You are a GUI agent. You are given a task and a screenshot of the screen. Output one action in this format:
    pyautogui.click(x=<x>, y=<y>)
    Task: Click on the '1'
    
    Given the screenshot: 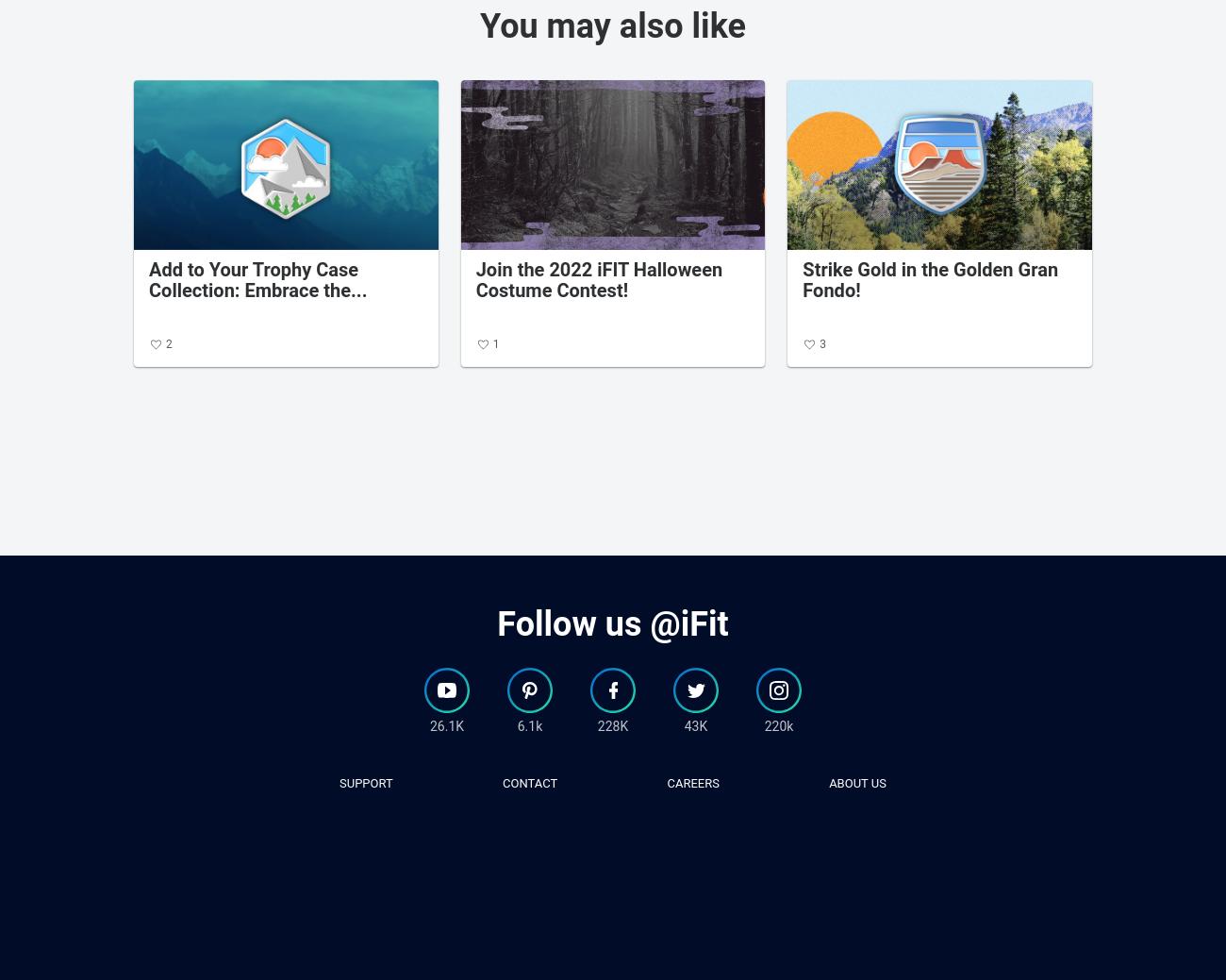 What is the action you would take?
    pyautogui.click(x=495, y=343)
    